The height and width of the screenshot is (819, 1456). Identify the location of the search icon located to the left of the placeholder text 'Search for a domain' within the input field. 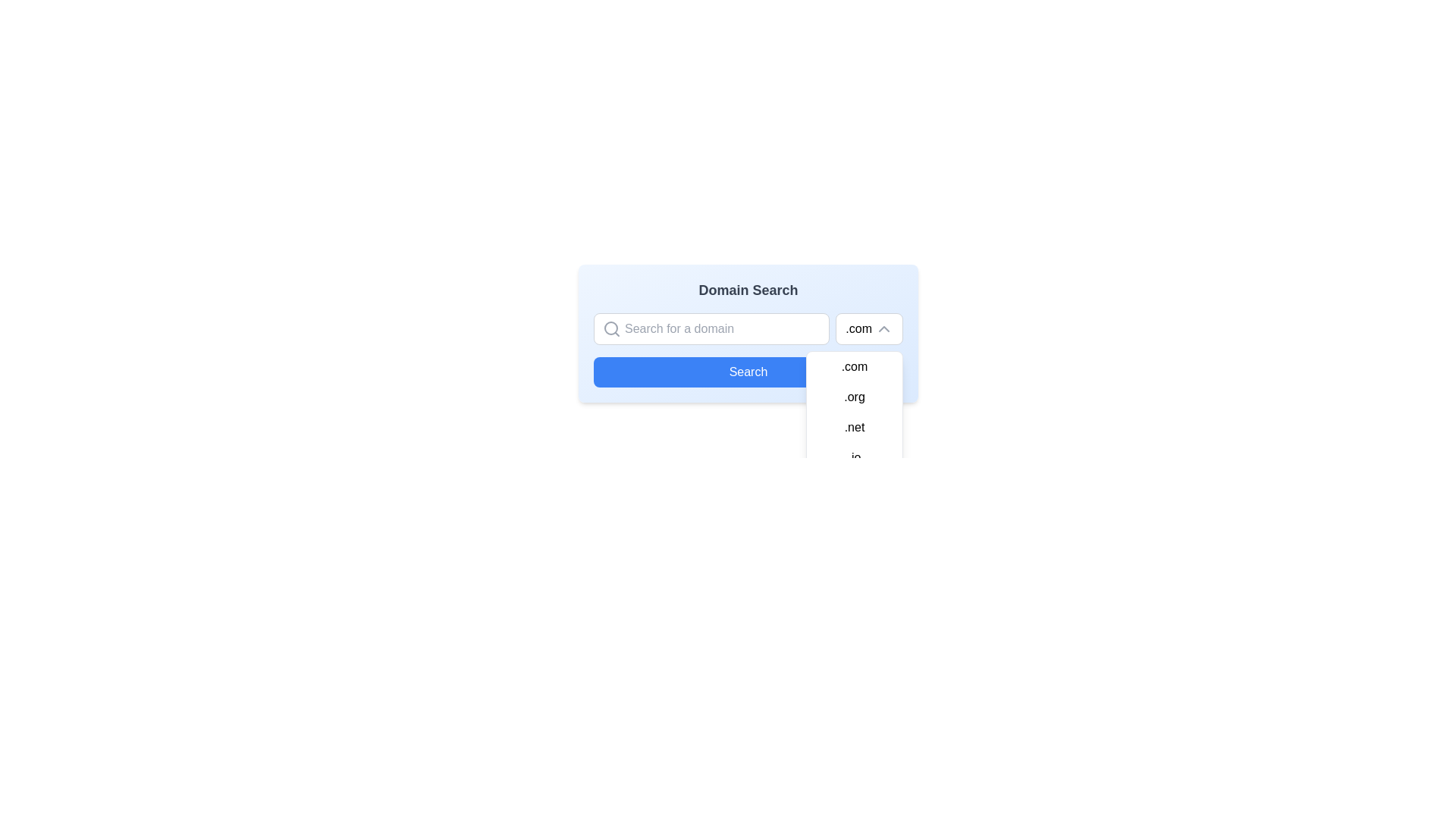
(611, 328).